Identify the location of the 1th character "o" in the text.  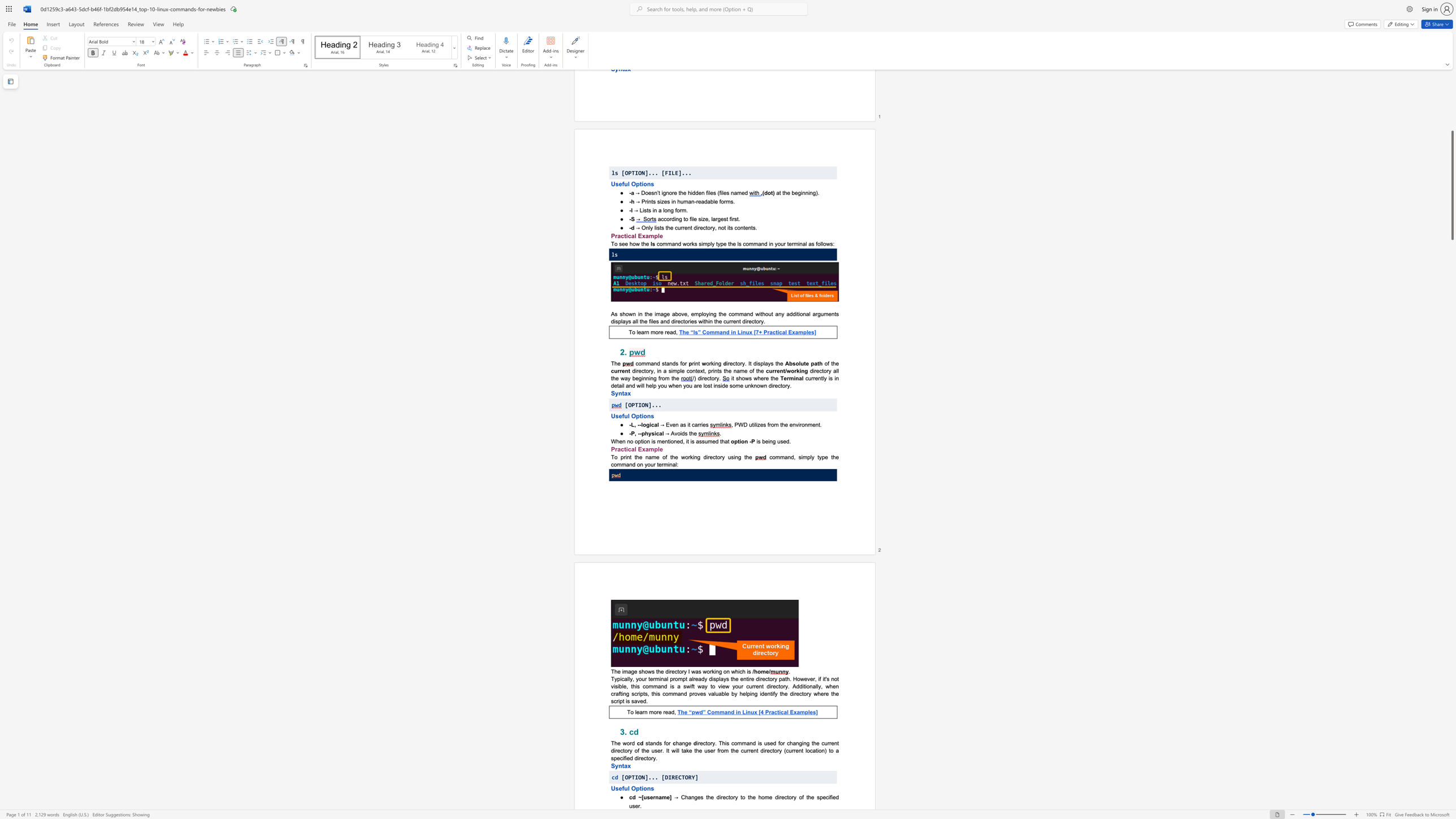
(731, 796).